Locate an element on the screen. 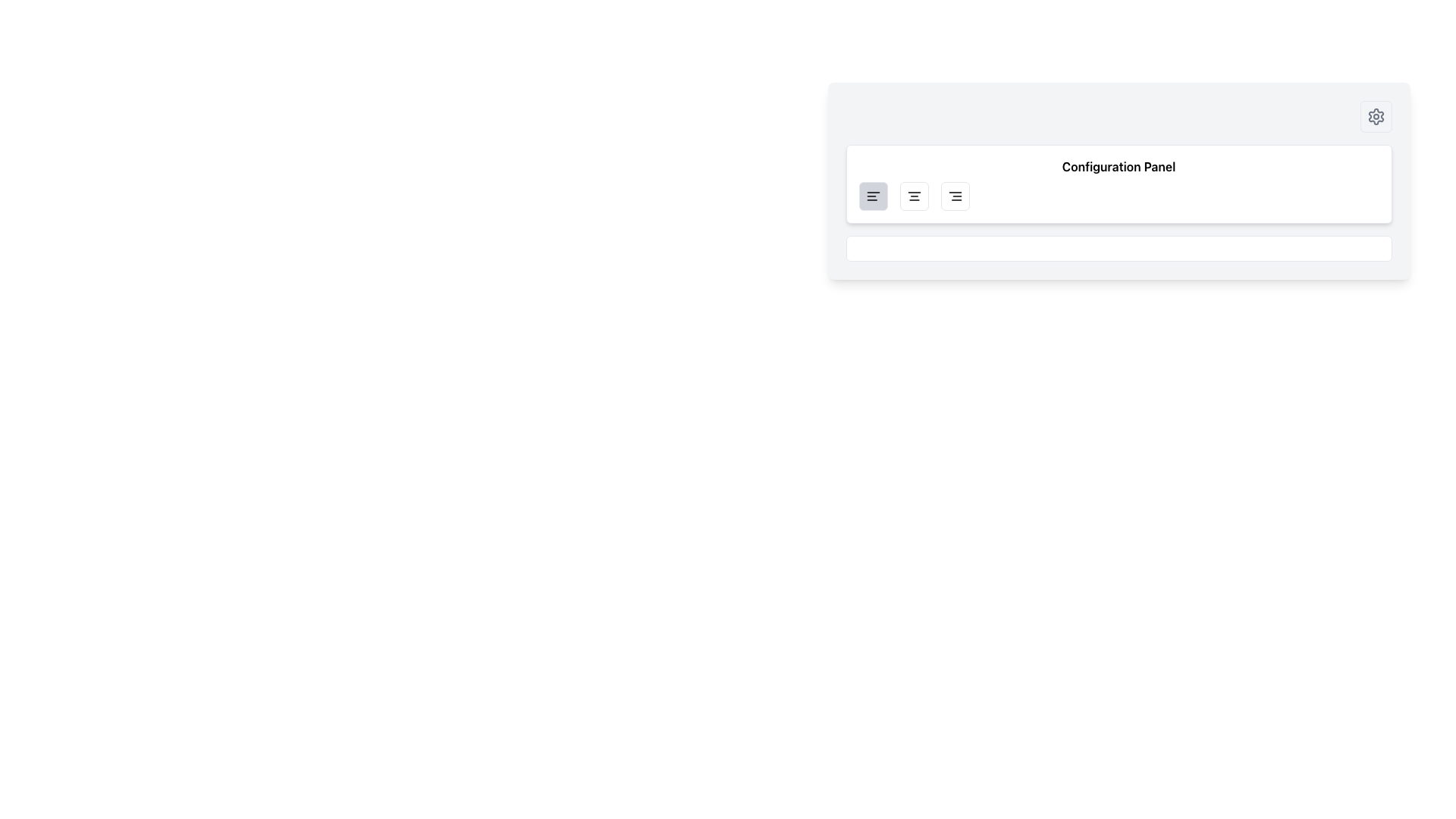 The height and width of the screenshot is (819, 1456). the leftmost button in the toolbar, which has a light gray background and an icon of three horizontal lines is located at coordinates (873, 195).